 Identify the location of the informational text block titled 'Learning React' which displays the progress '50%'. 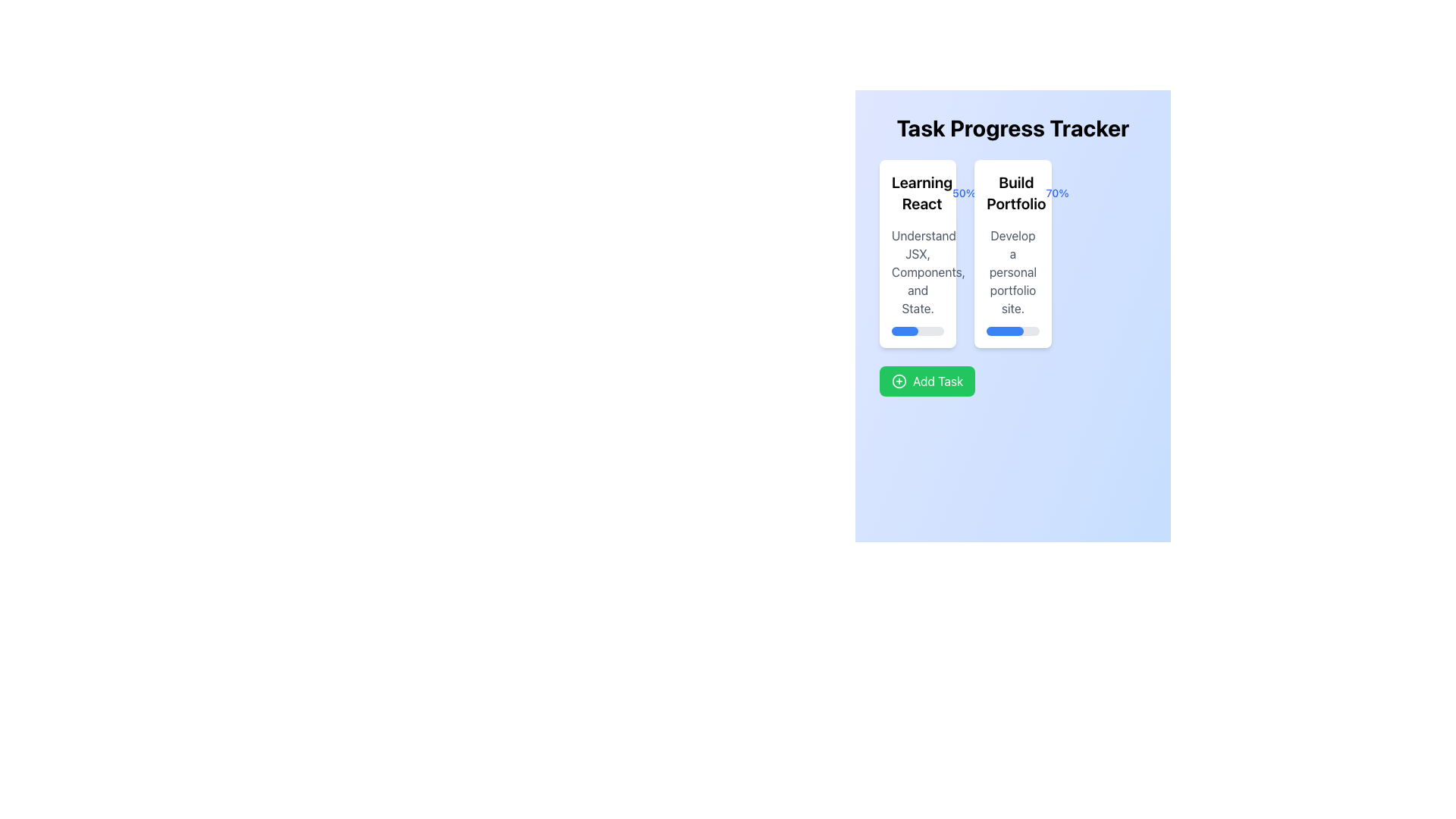
(917, 192).